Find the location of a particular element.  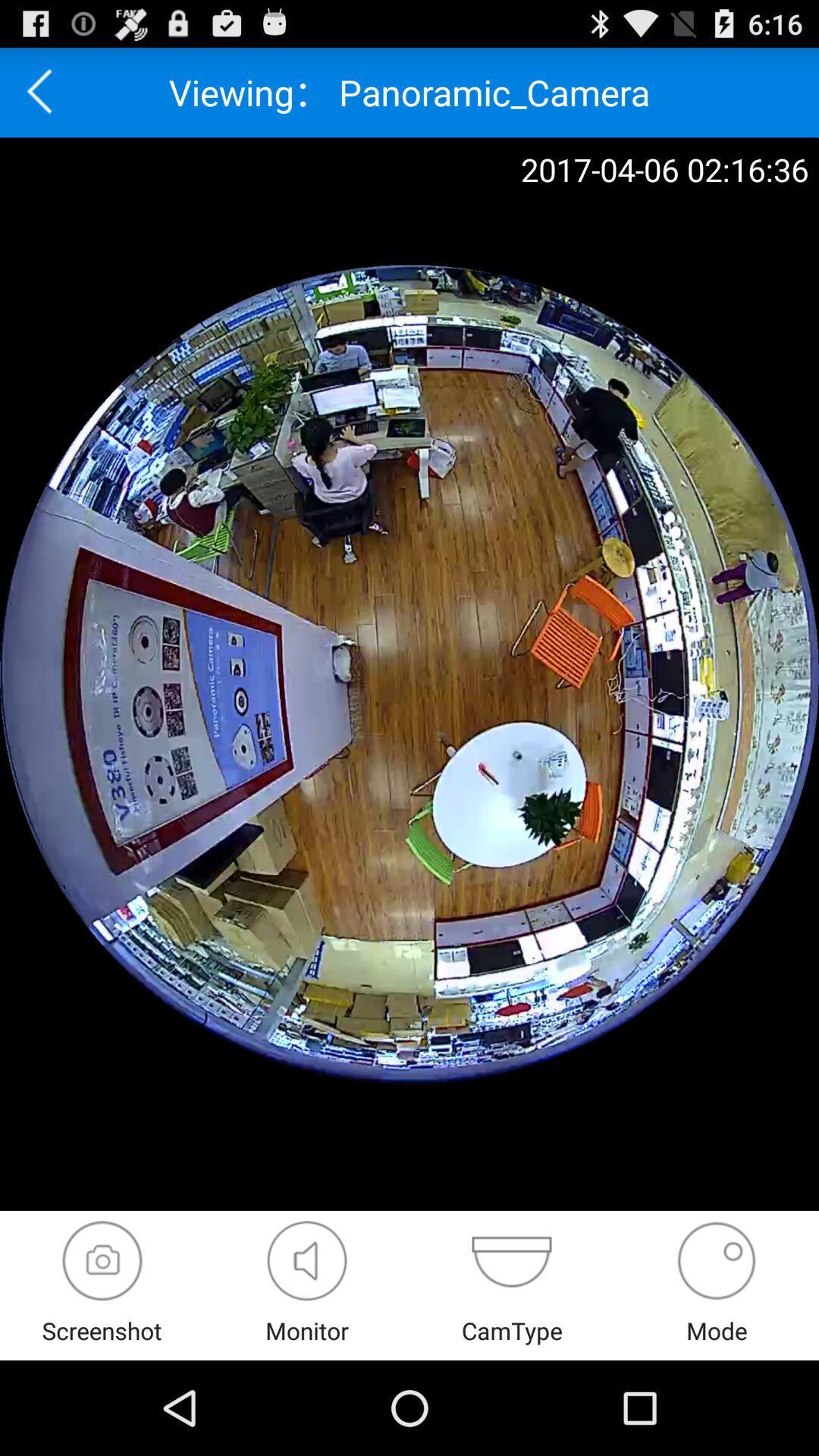

back is located at coordinates (44, 92).